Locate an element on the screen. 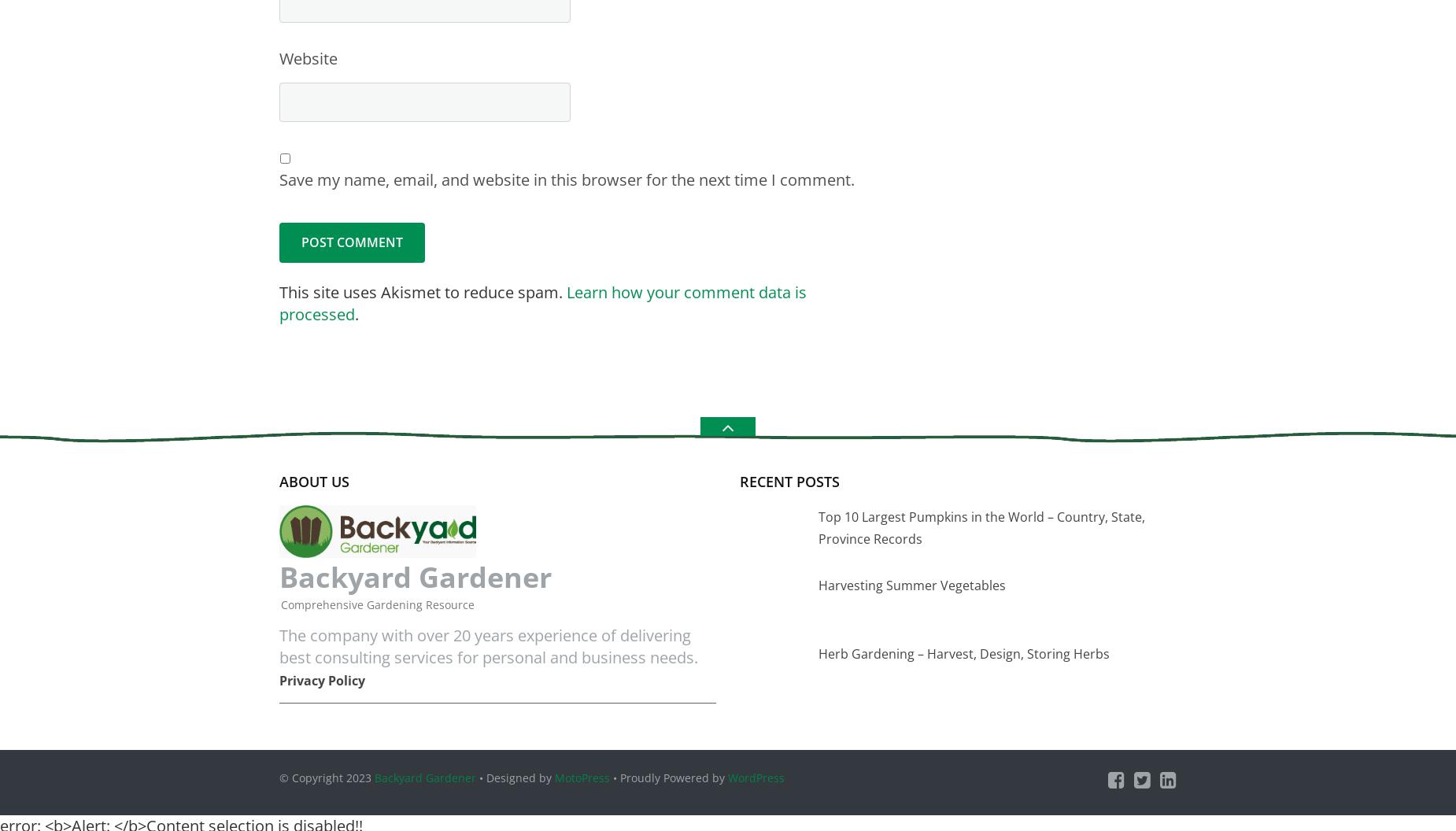  'Recent Posts' is located at coordinates (789, 480).